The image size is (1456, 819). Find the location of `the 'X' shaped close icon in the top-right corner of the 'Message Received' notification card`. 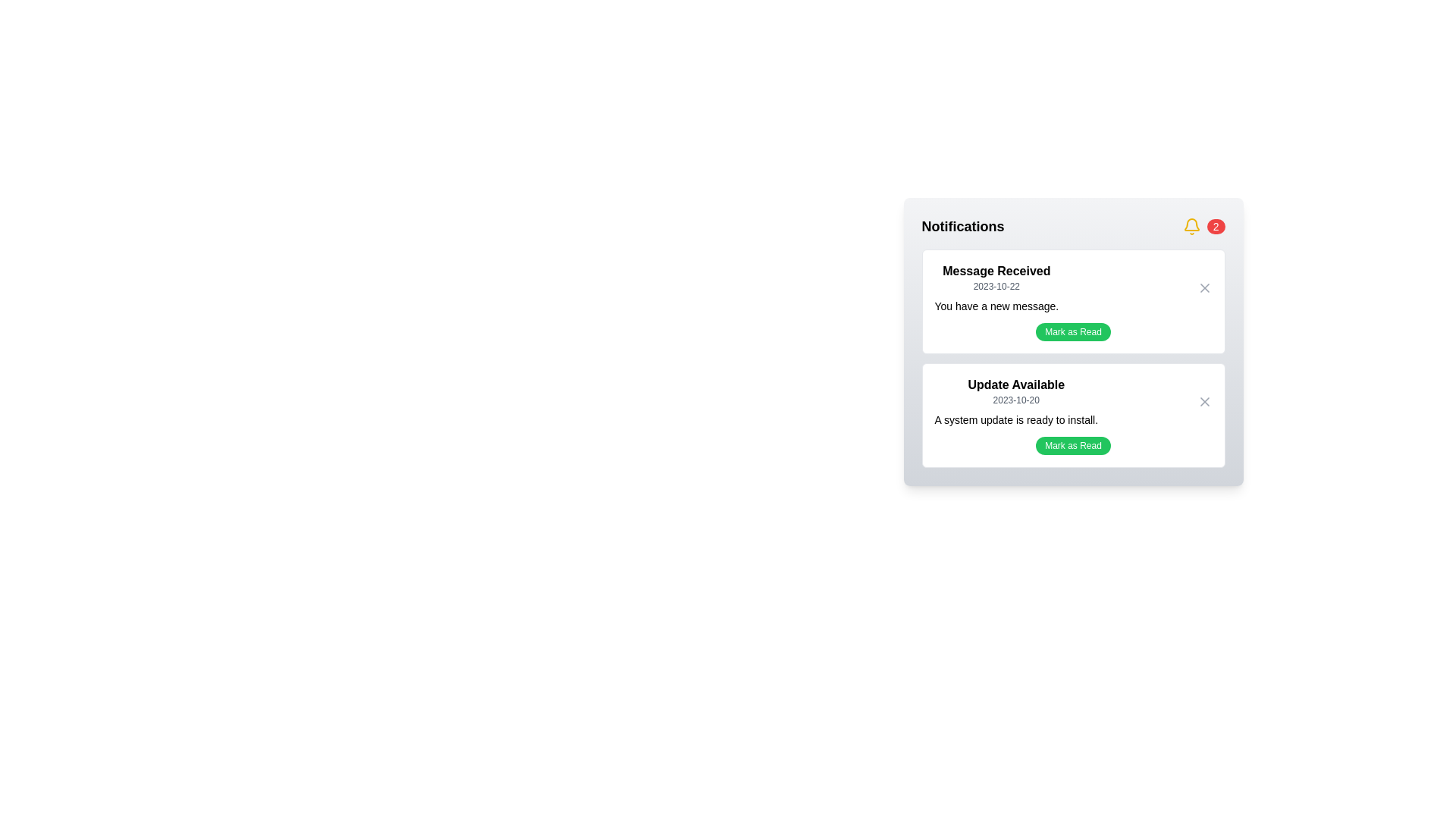

the 'X' shaped close icon in the top-right corner of the 'Message Received' notification card is located at coordinates (1203, 288).